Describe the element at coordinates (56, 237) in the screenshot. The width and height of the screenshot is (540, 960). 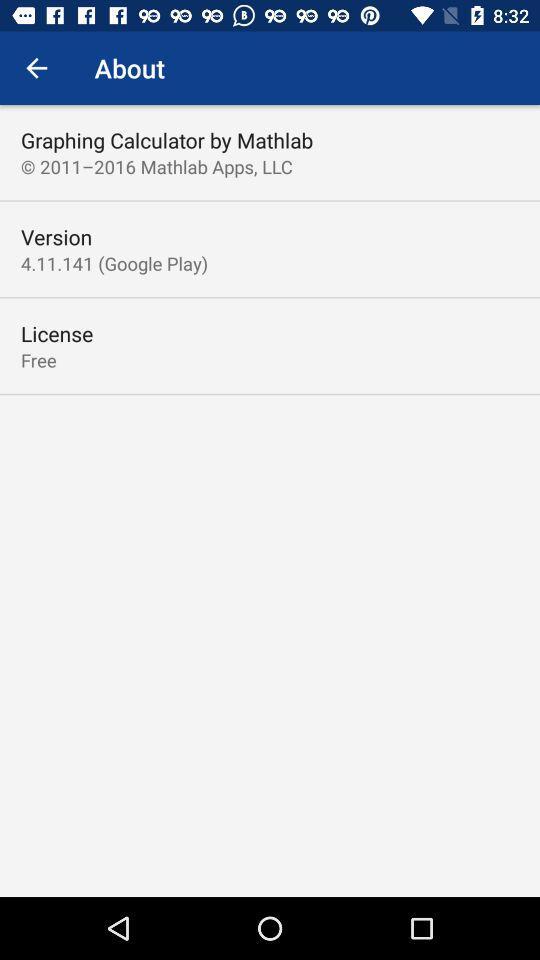
I see `the version icon` at that location.